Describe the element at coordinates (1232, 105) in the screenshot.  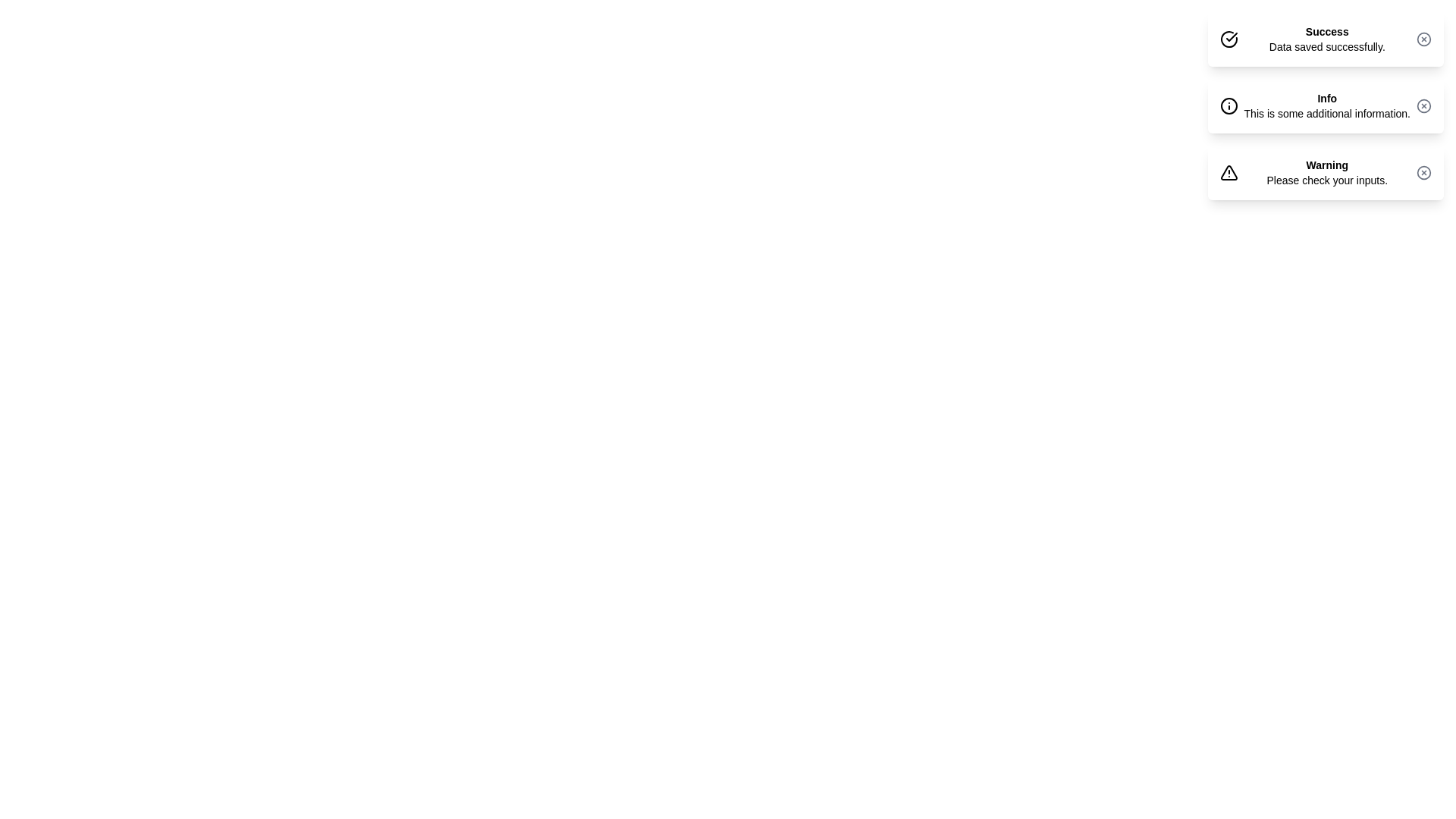
I see `the information icon with a blue outline inside the notification box labeled 'Info', which is located to the left of the text 'This is some additional information.'` at that location.